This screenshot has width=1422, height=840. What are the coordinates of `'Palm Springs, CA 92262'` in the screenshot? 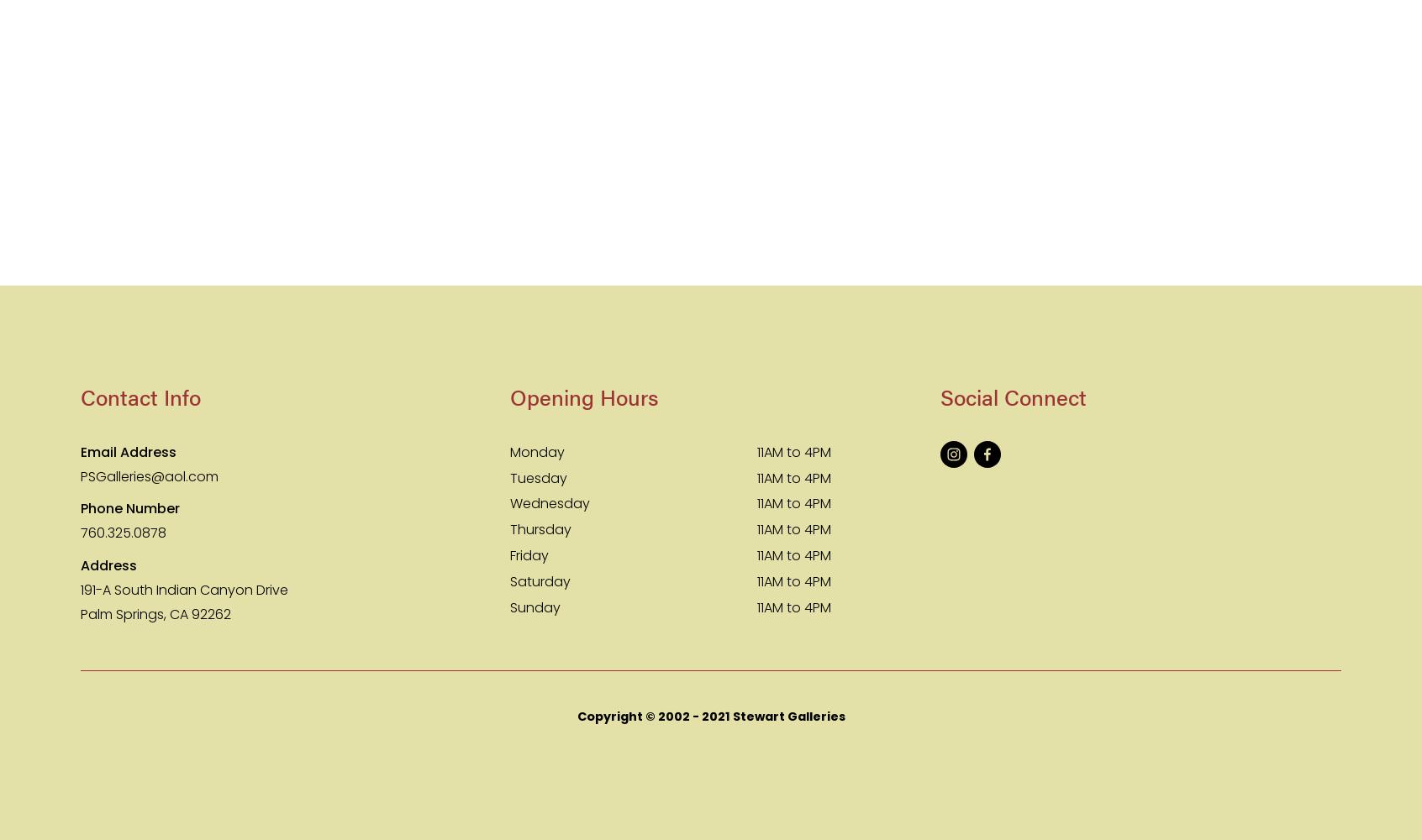 It's located at (155, 612).